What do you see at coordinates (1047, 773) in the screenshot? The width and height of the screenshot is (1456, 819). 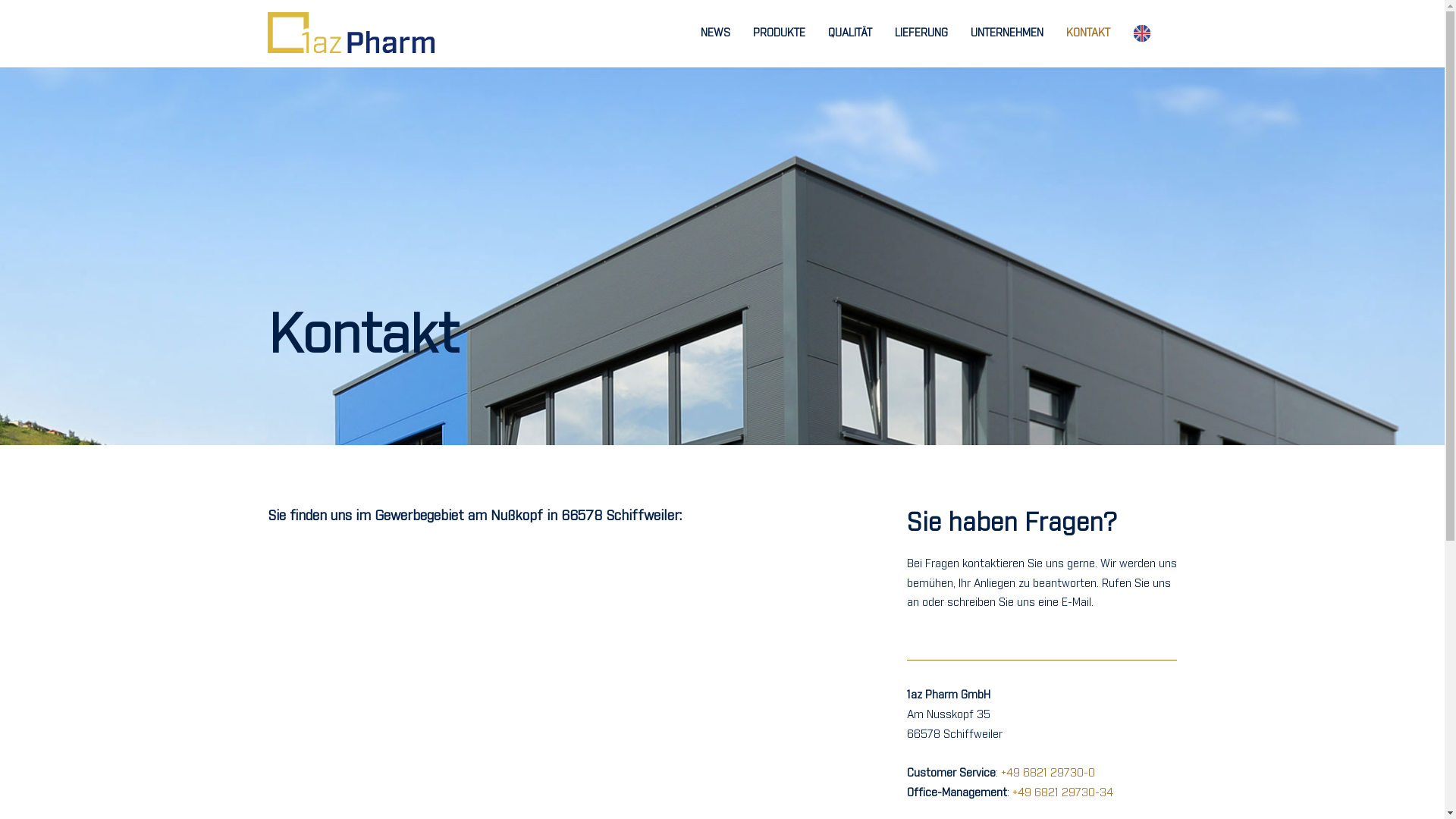 I see `'+49 6821 29730-0'` at bounding box center [1047, 773].